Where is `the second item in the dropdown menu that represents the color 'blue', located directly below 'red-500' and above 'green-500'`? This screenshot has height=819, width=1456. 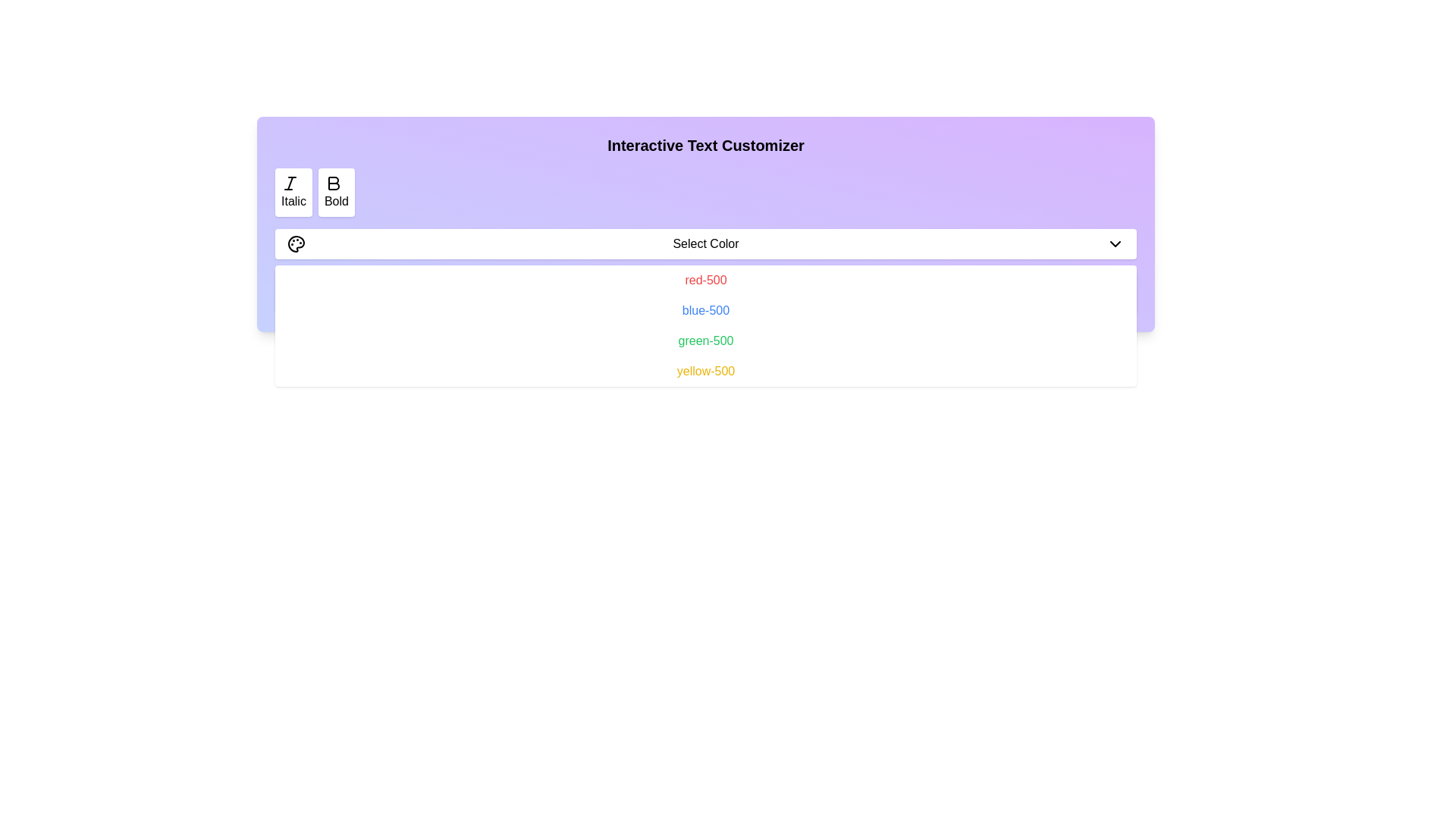
the second item in the dropdown menu that represents the color 'blue', located directly below 'red-500' and above 'green-500' is located at coordinates (705, 309).